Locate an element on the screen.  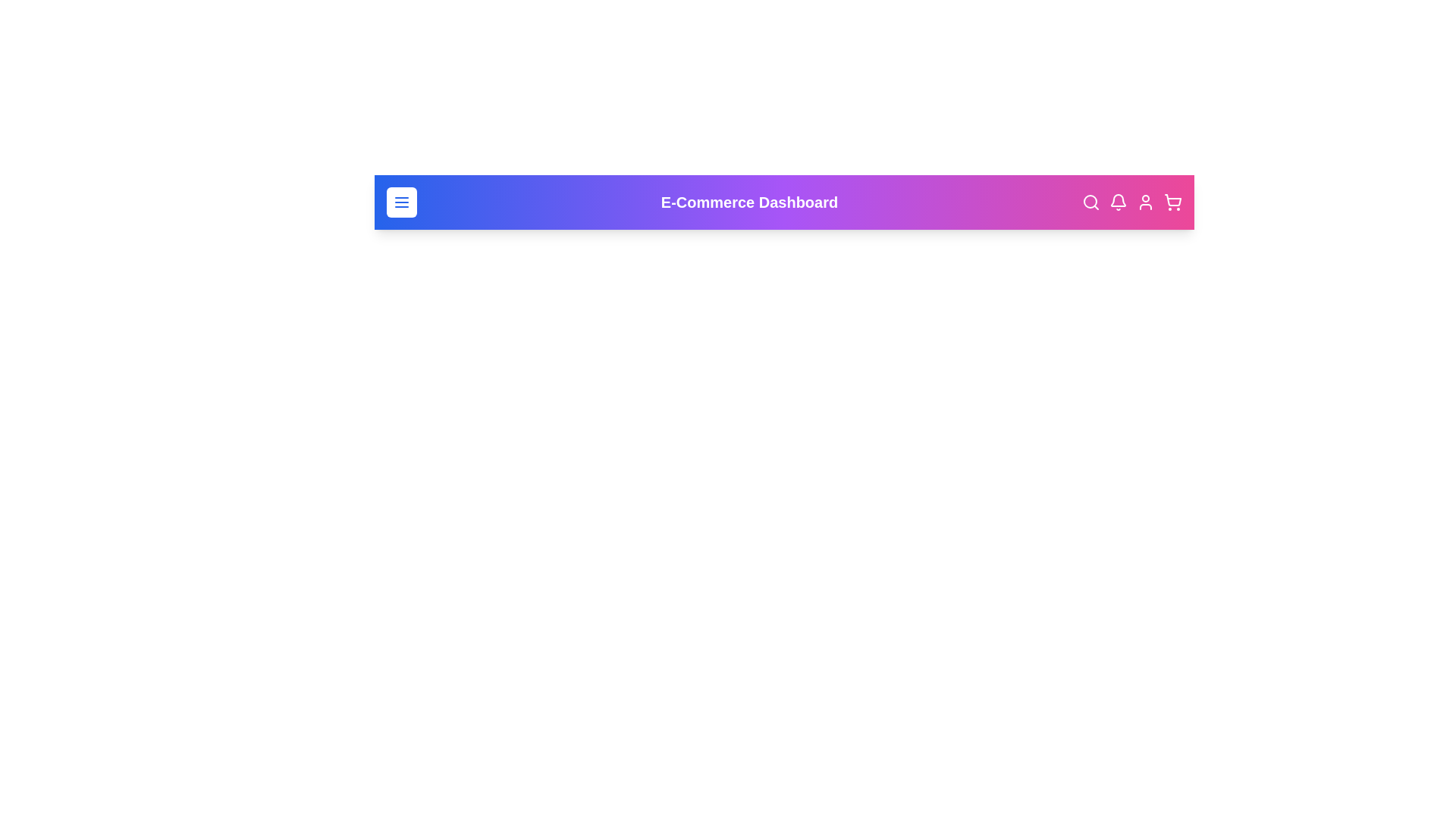
shopping cart icon to view the cart is located at coordinates (1172, 201).